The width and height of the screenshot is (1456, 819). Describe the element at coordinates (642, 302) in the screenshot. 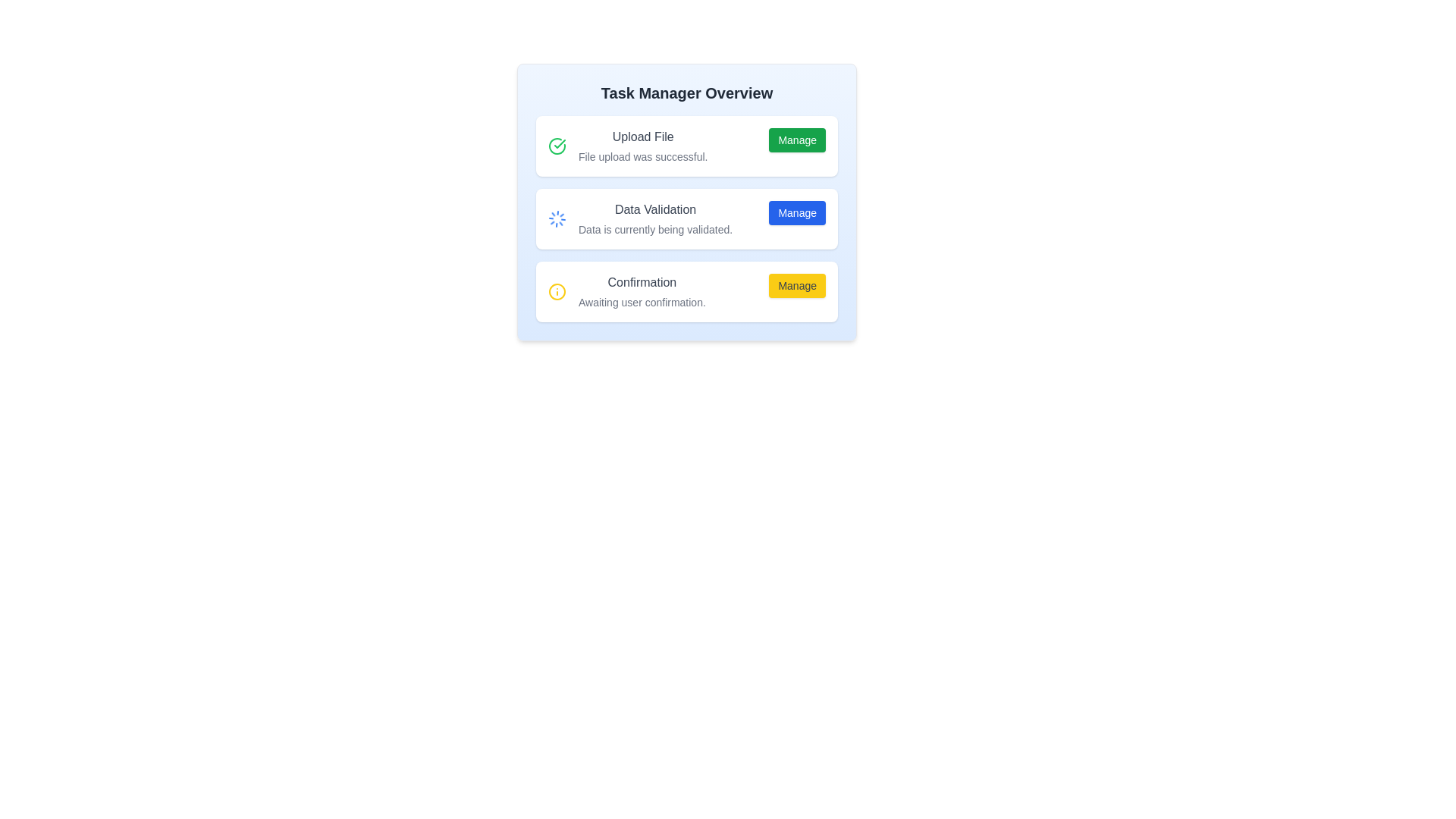

I see `the static text element providing feedback regarding the 'Confirmation' process, located beneath the heading 'Confirmation' and above the yellow 'Manage' button` at that location.